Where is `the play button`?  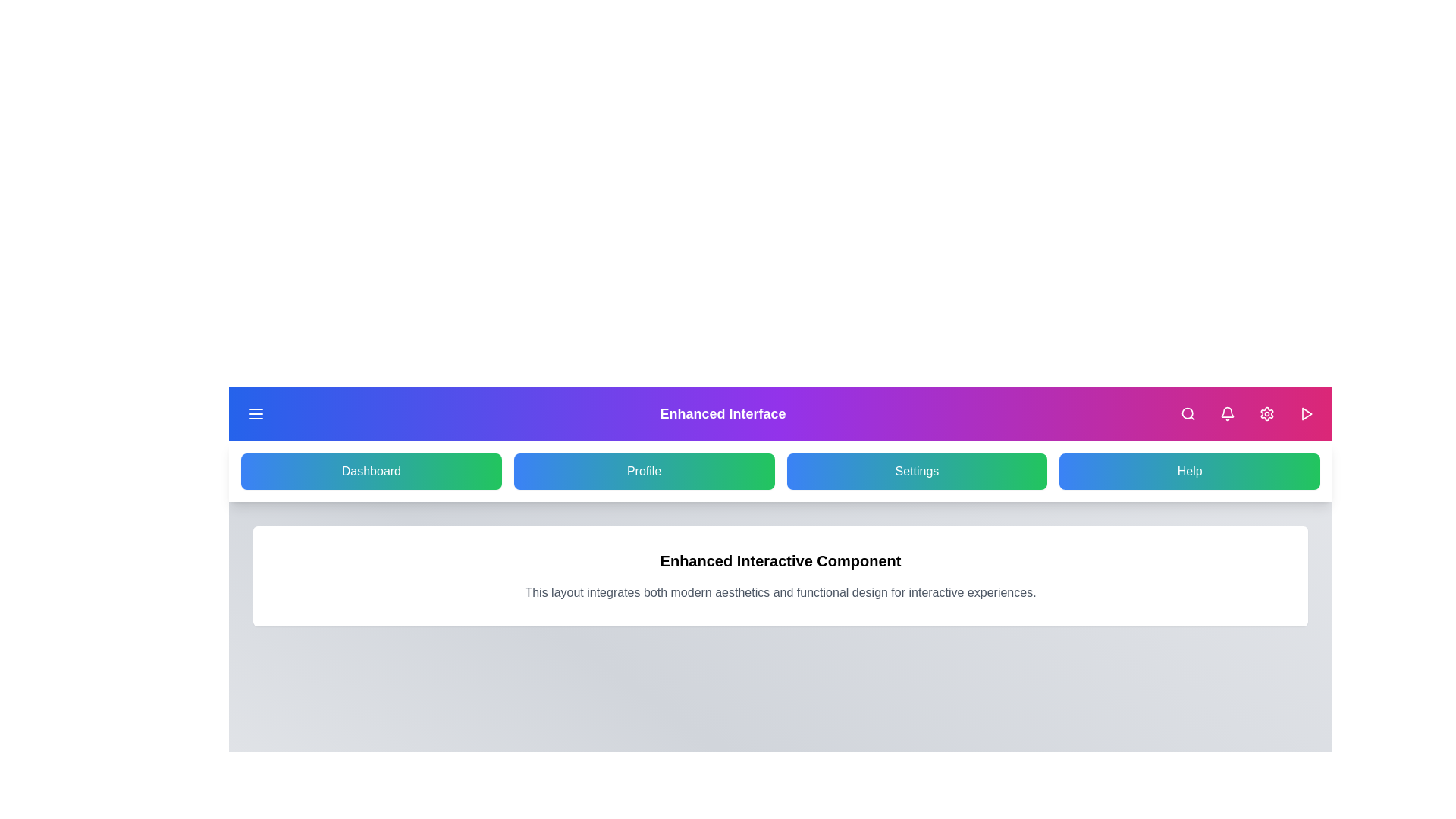
the play button is located at coordinates (1306, 414).